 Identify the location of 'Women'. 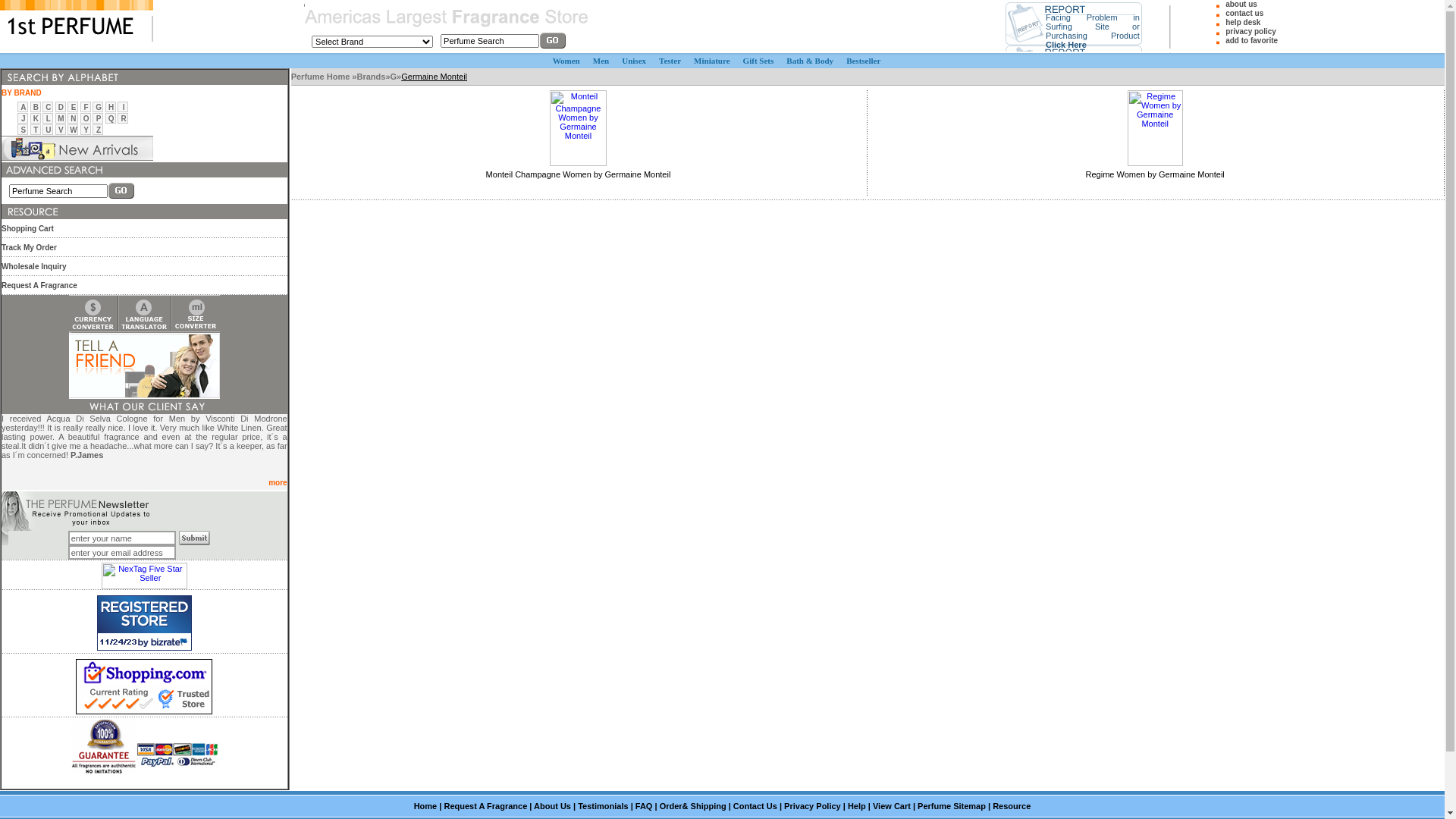
(566, 60).